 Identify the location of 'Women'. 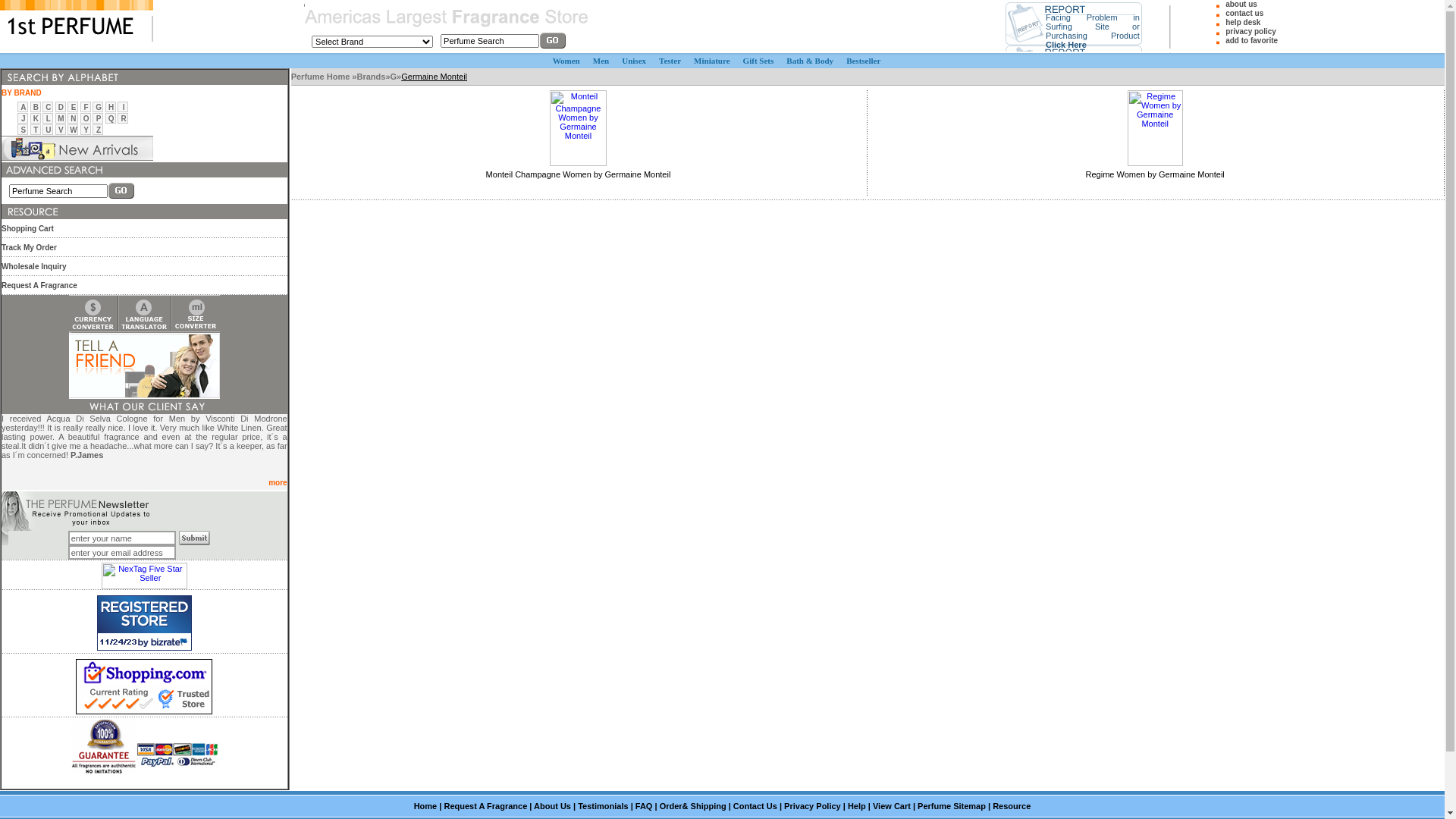
(566, 60).